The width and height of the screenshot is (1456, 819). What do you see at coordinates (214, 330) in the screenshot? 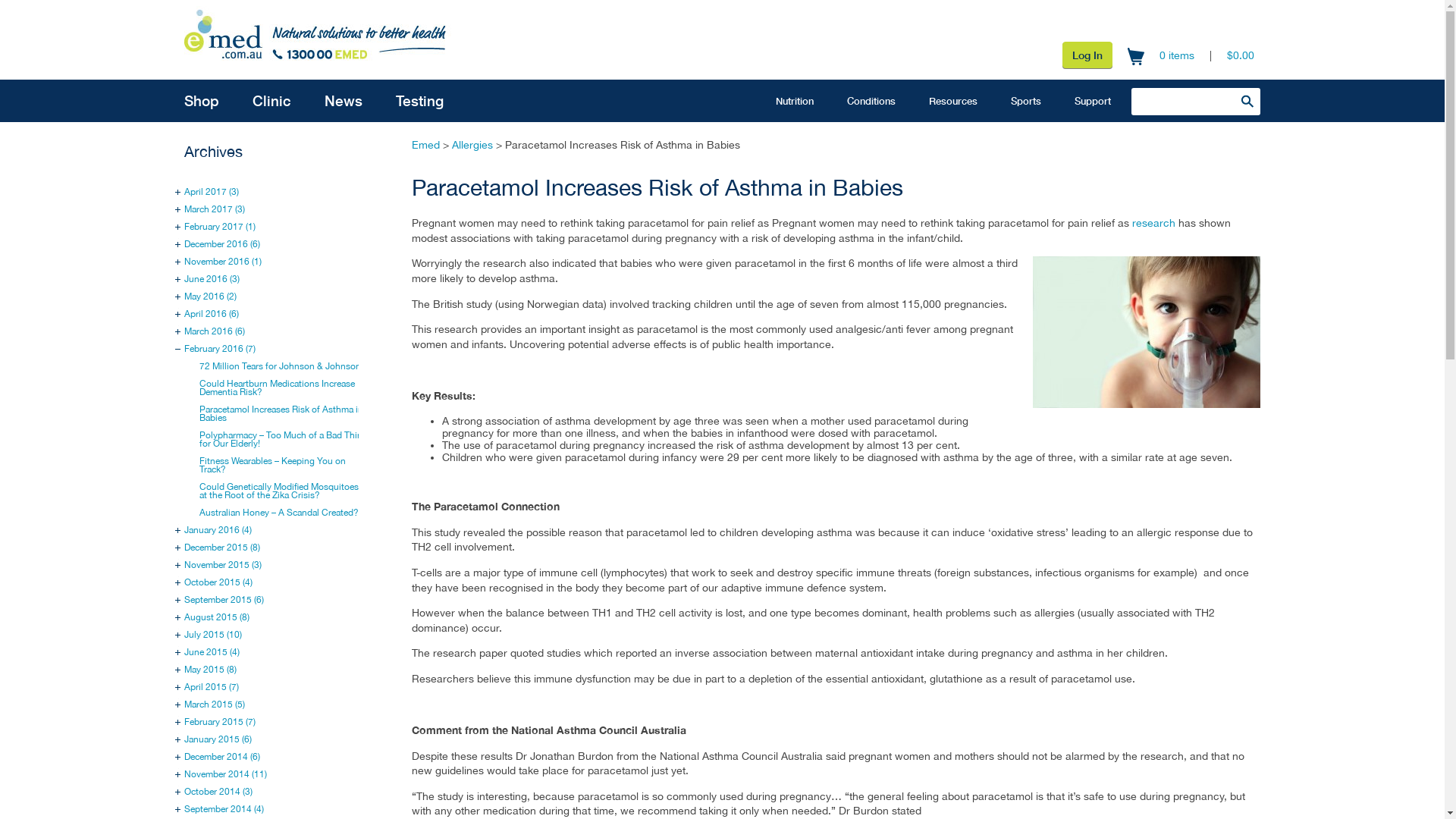
I see `'March 2016 (6)'` at bounding box center [214, 330].